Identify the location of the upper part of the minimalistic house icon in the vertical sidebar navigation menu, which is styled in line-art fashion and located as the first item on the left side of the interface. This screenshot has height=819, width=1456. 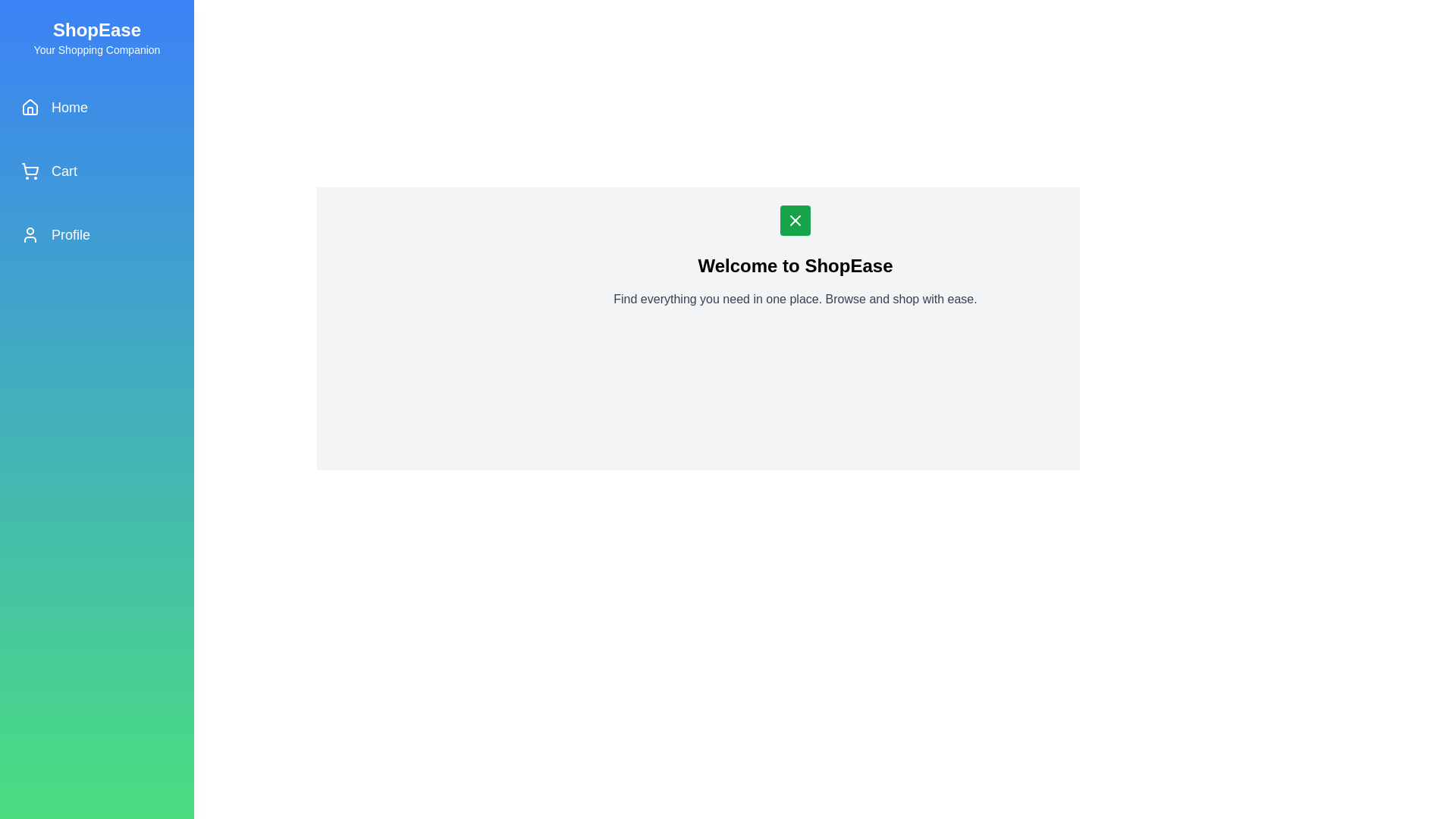
(30, 106).